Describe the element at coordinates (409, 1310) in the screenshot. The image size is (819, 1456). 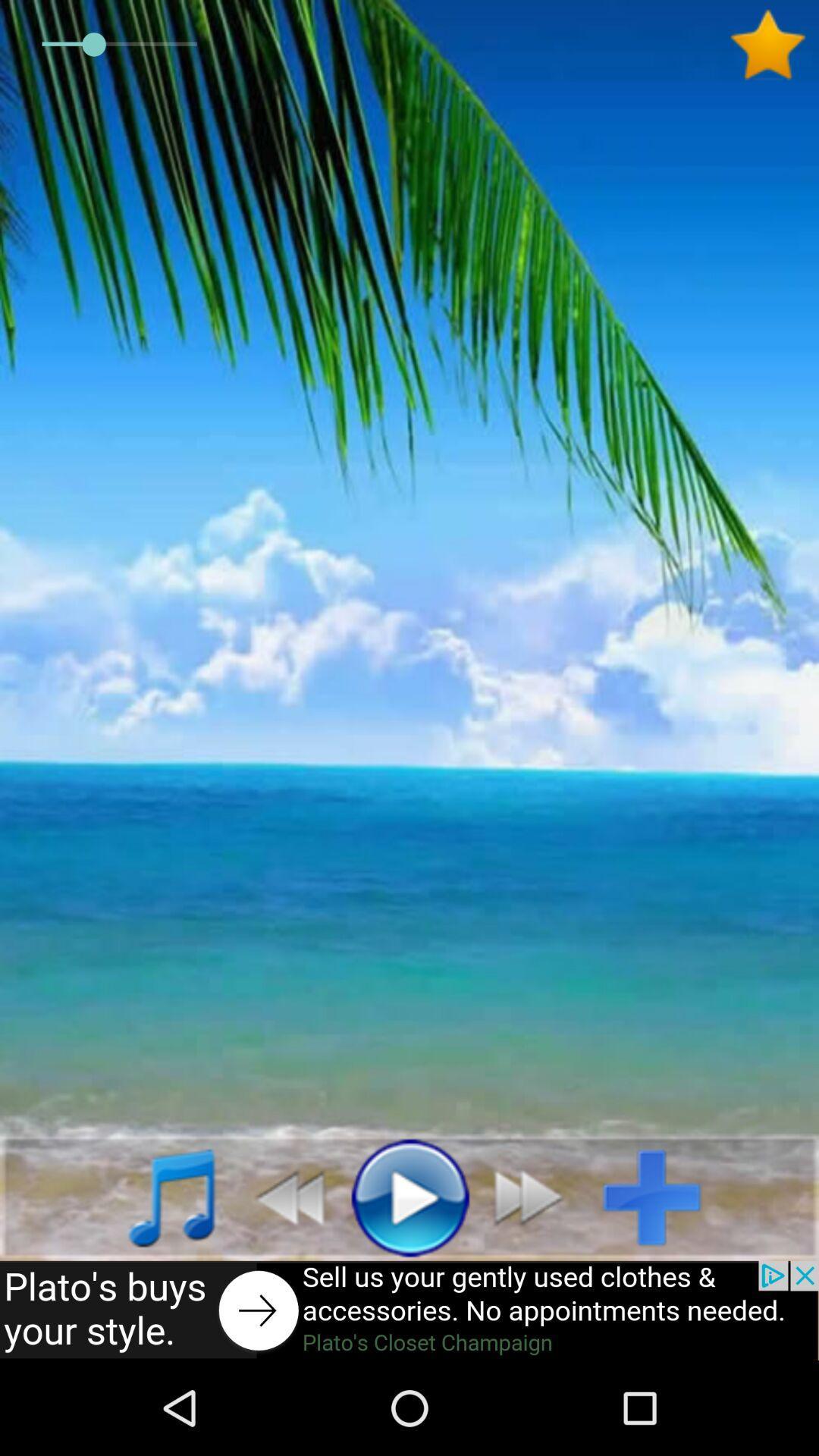
I see `the advertisement` at that location.